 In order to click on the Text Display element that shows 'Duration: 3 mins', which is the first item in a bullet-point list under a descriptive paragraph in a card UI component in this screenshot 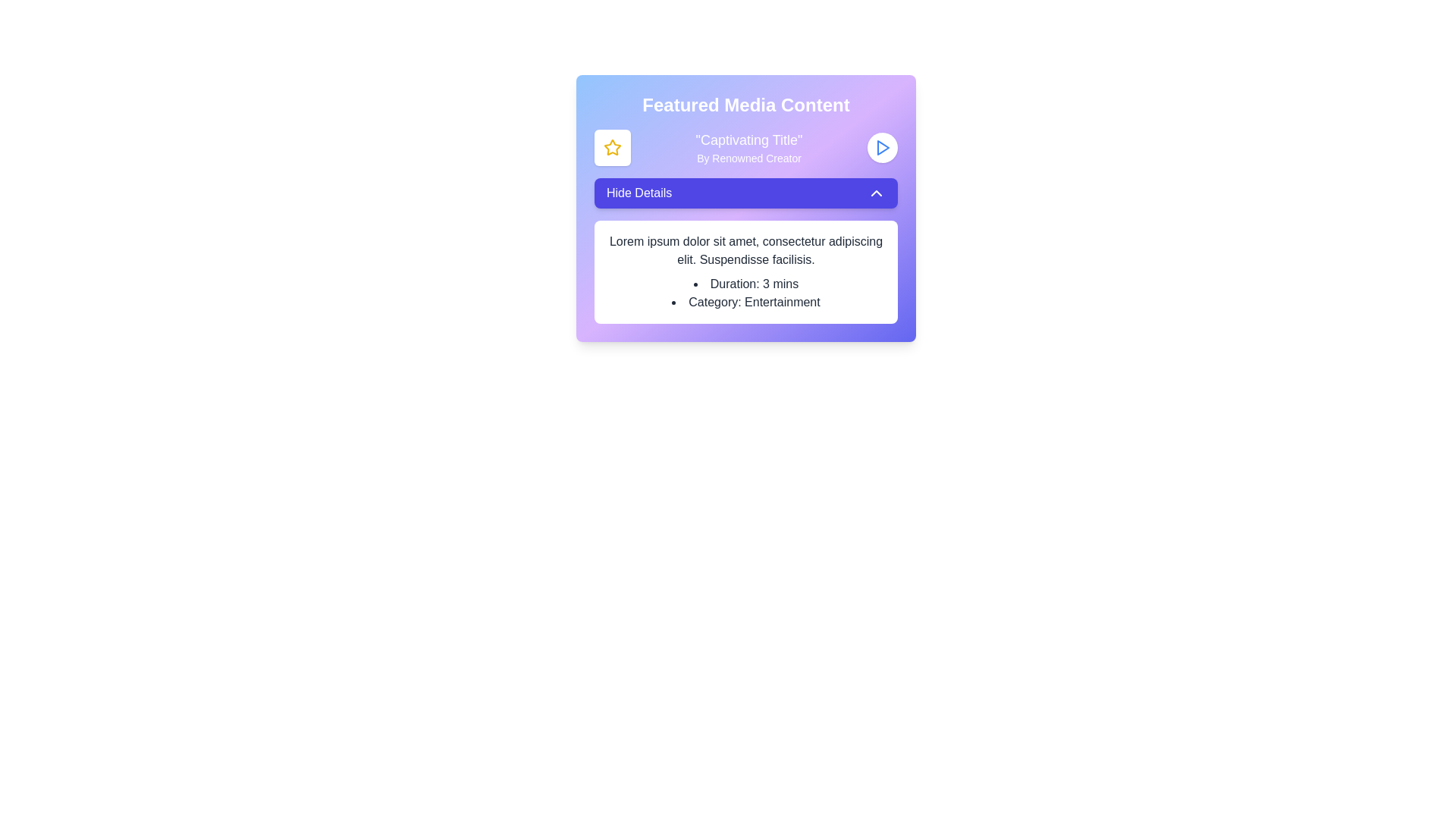, I will do `click(745, 284)`.